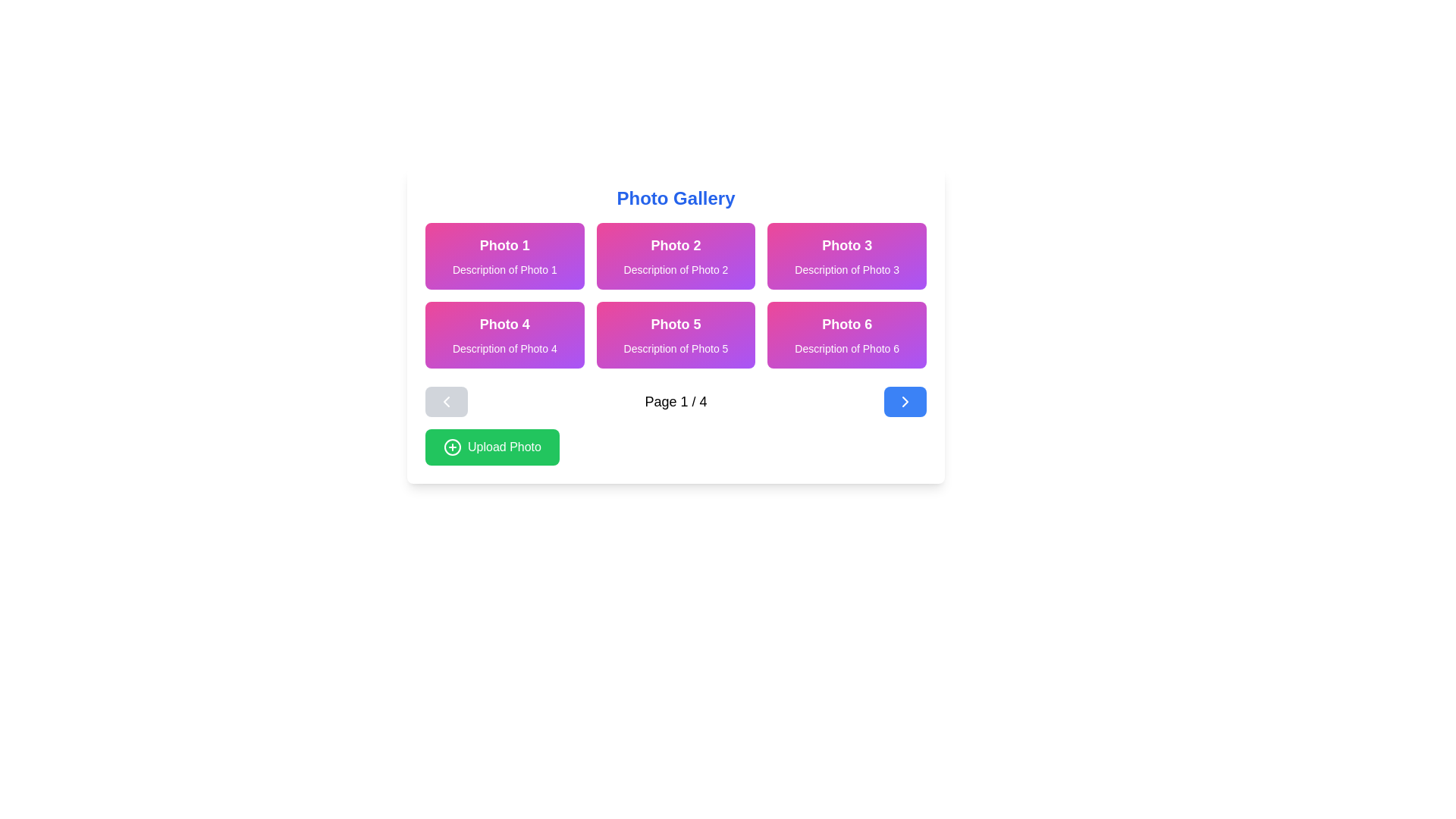 Image resolution: width=1456 pixels, height=819 pixels. Describe the element at coordinates (451, 447) in the screenshot. I see `the circular upload icon located on the left side of the text label within the 'Upload Photo' button at the bottom-left corner of the interface to initiate the upload action` at that location.